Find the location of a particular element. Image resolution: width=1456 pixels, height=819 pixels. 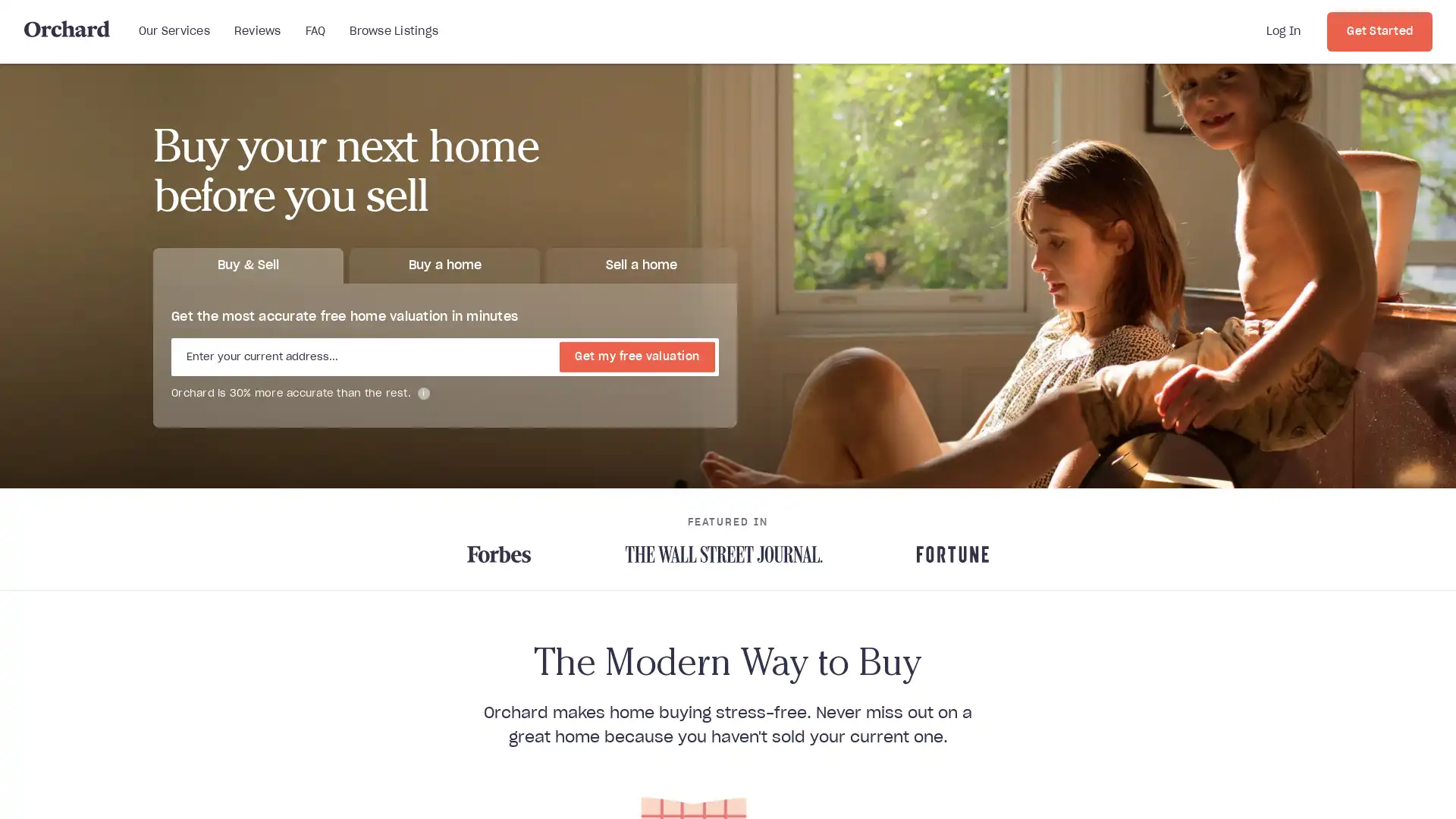

Need help? is located at coordinates (1379, 784).